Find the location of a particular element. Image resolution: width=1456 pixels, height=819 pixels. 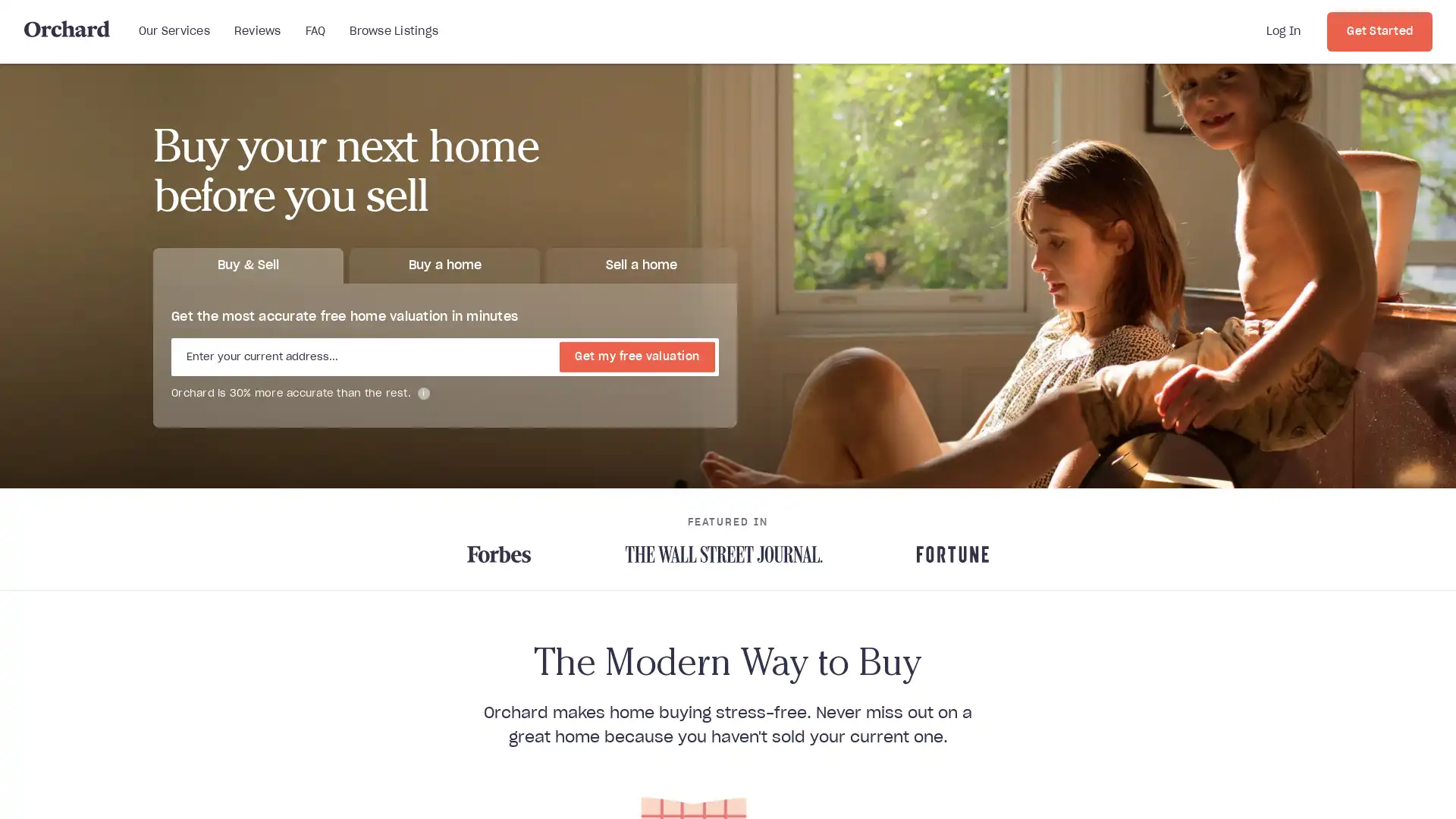

Need help? is located at coordinates (1379, 784).